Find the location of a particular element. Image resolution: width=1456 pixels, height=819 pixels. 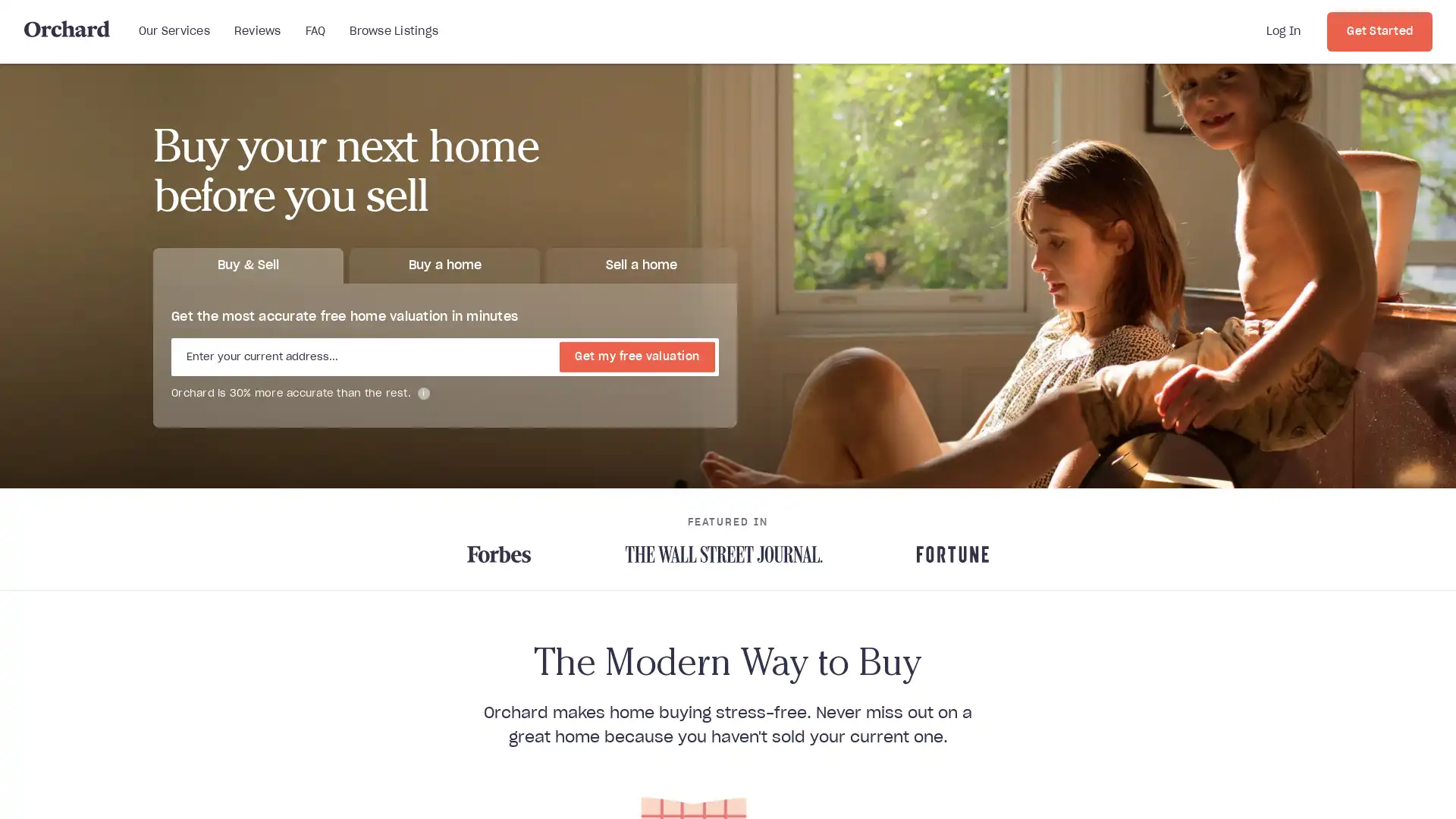

Need help? is located at coordinates (1379, 784).